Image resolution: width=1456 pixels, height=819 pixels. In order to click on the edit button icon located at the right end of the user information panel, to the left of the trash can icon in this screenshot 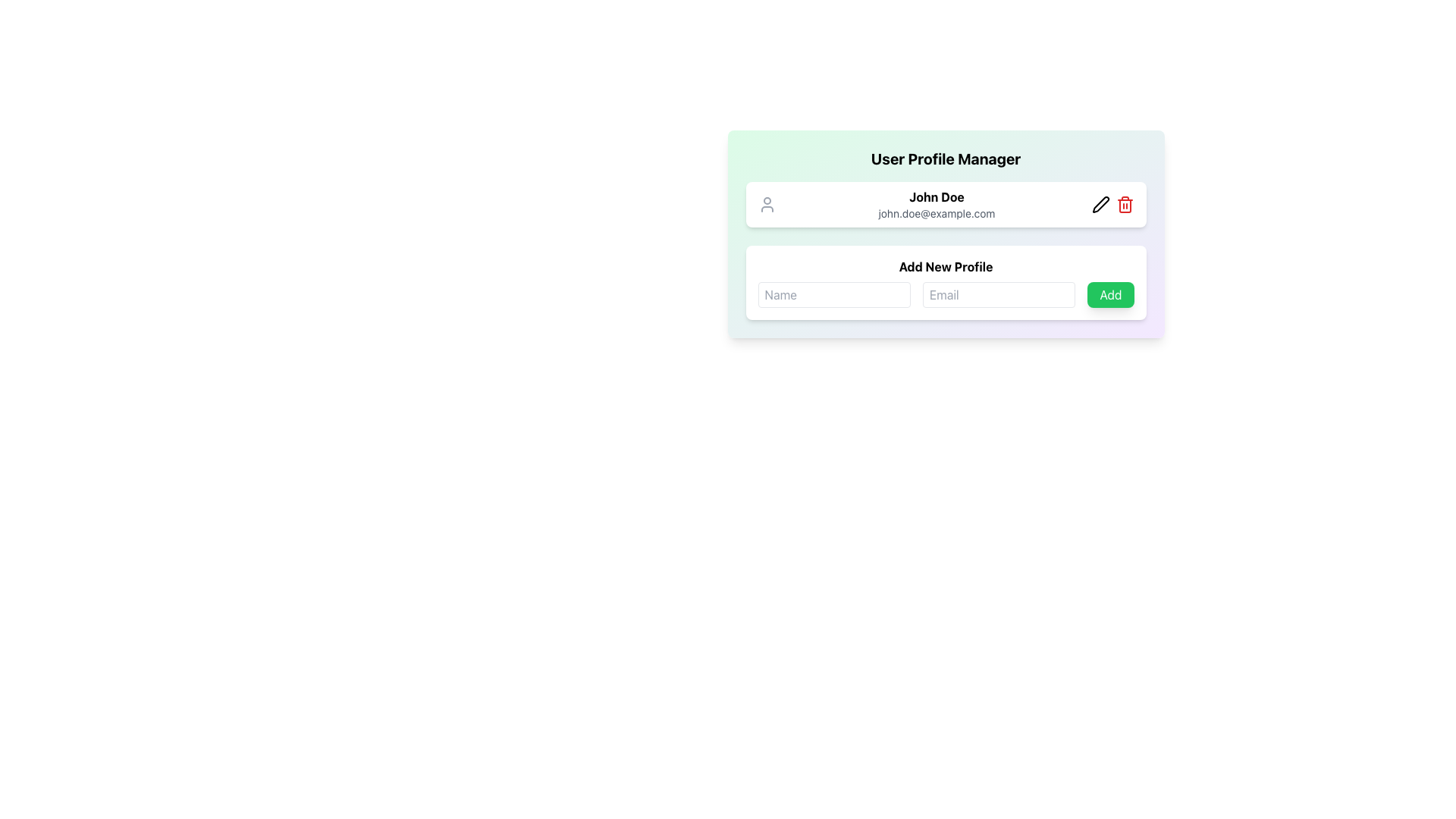, I will do `click(1100, 205)`.